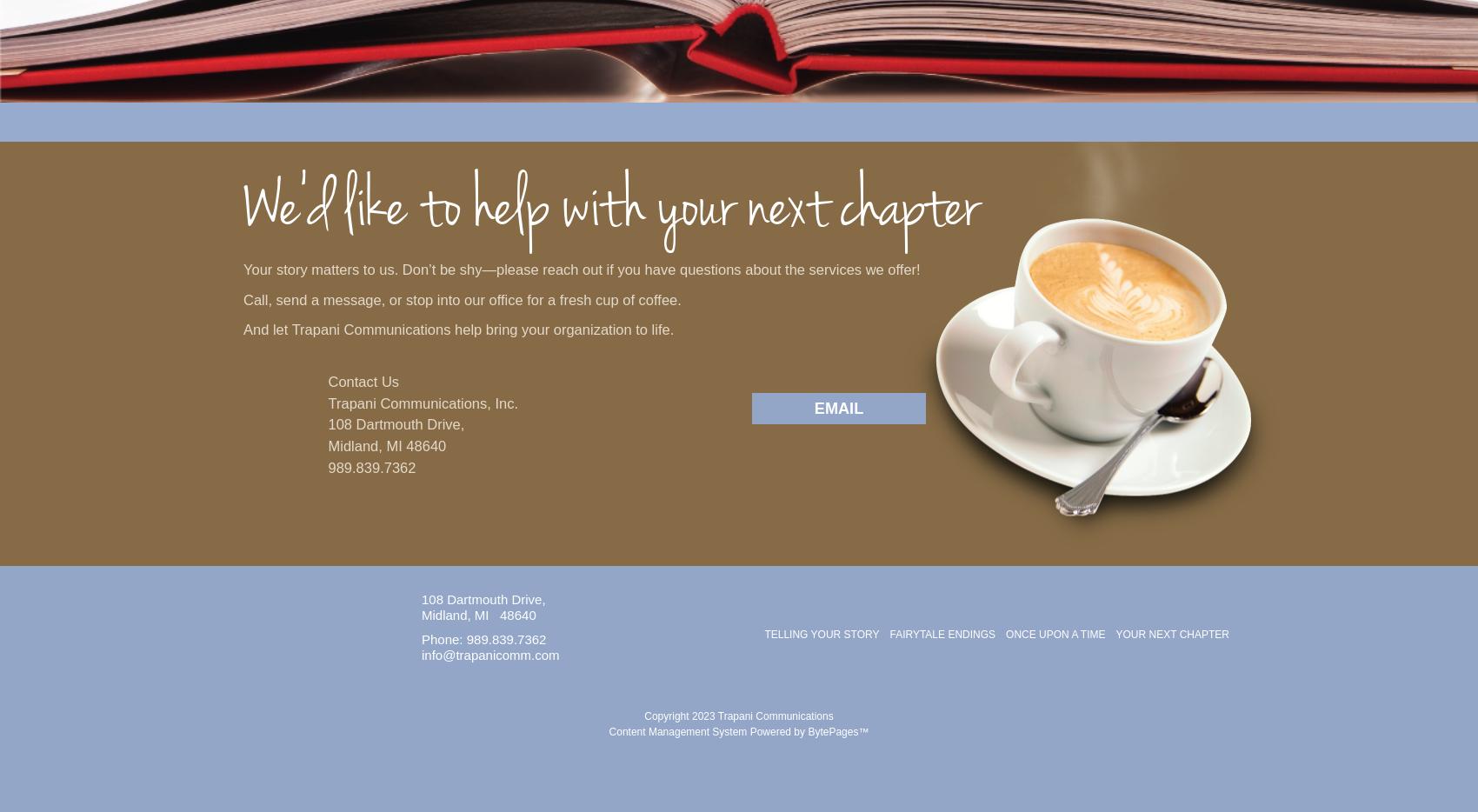 The height and width of the screenshot is (812, 1478). Describe the element at coordinates (831, 730) in the screenshot. I see `'BytePages'` at that location.